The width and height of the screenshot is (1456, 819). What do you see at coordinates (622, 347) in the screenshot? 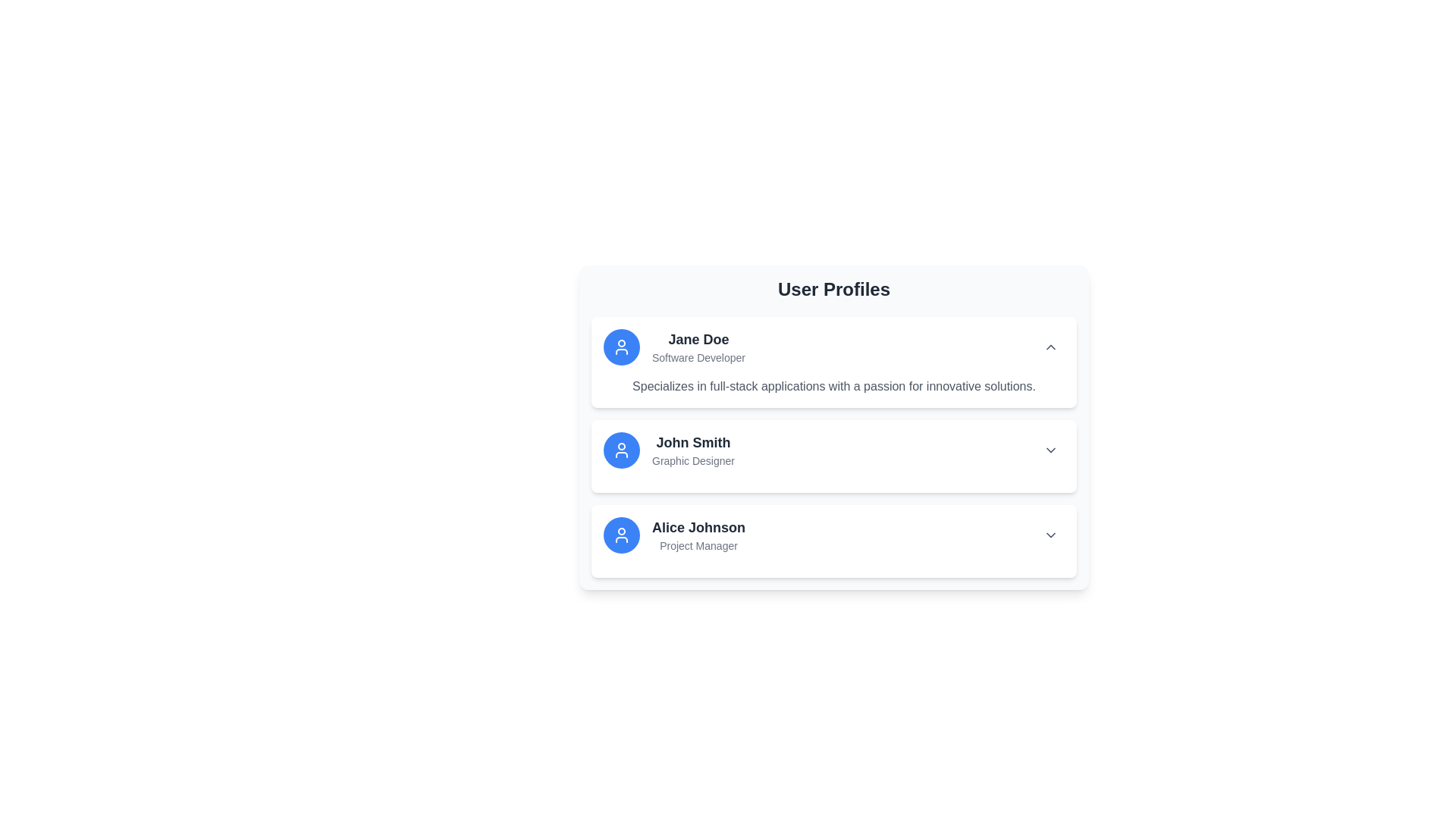
I see `the user profile icon for 'Jane Doe' located to the left of her name and job title in the User Profiles section` at bounding box center [622, 347].